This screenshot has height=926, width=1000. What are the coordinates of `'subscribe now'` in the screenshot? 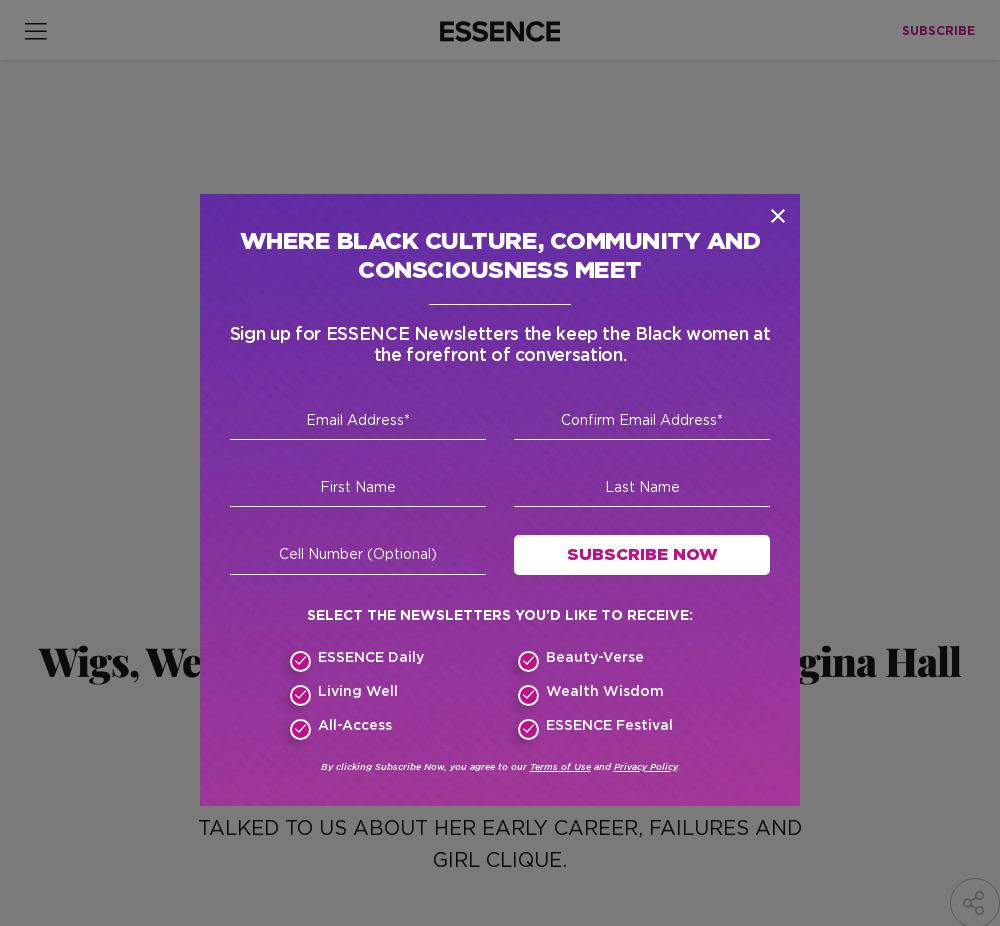 It's located at (710, 654).